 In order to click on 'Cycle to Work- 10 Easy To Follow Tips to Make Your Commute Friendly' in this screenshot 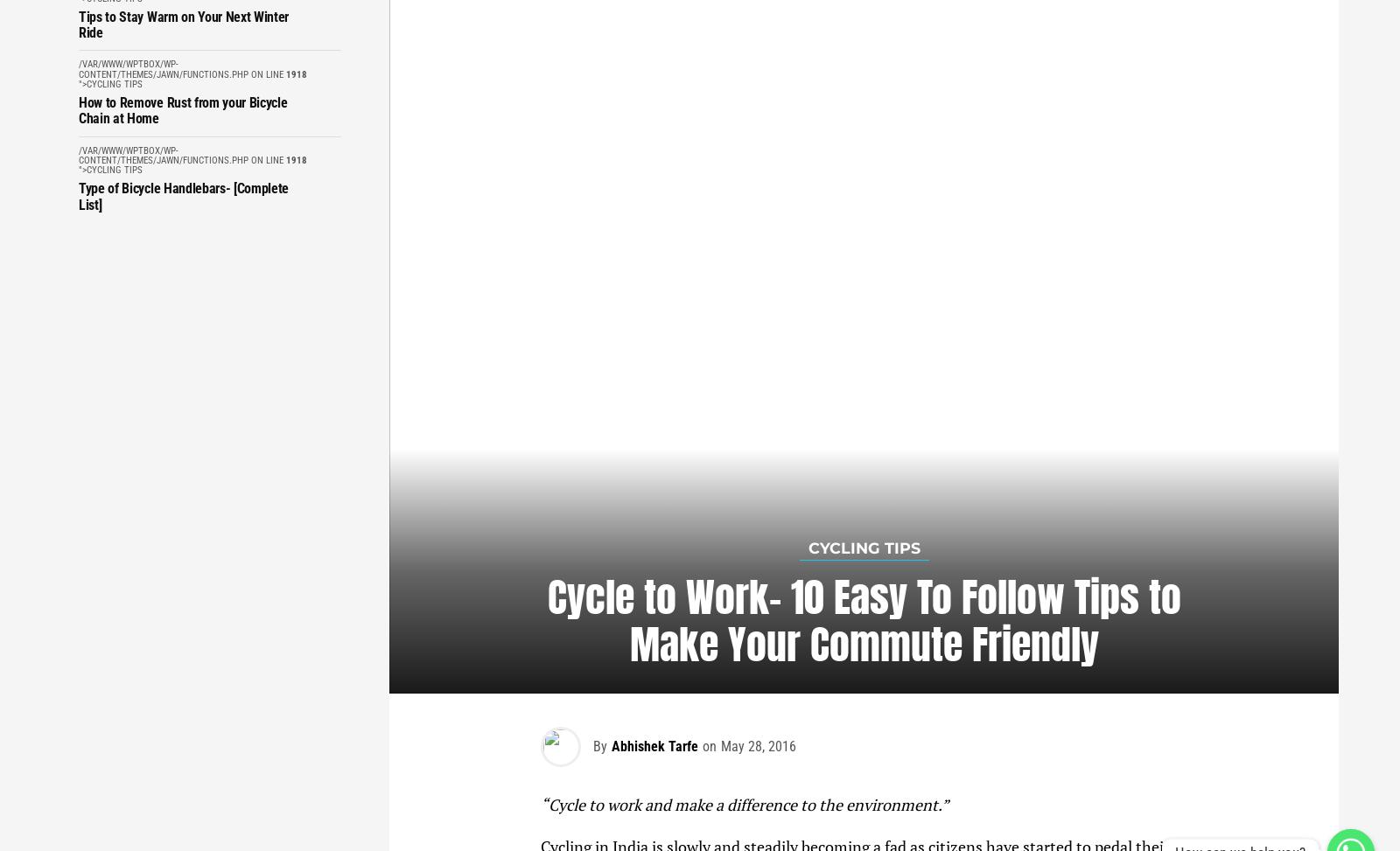, I will do `click(546, 619)`.